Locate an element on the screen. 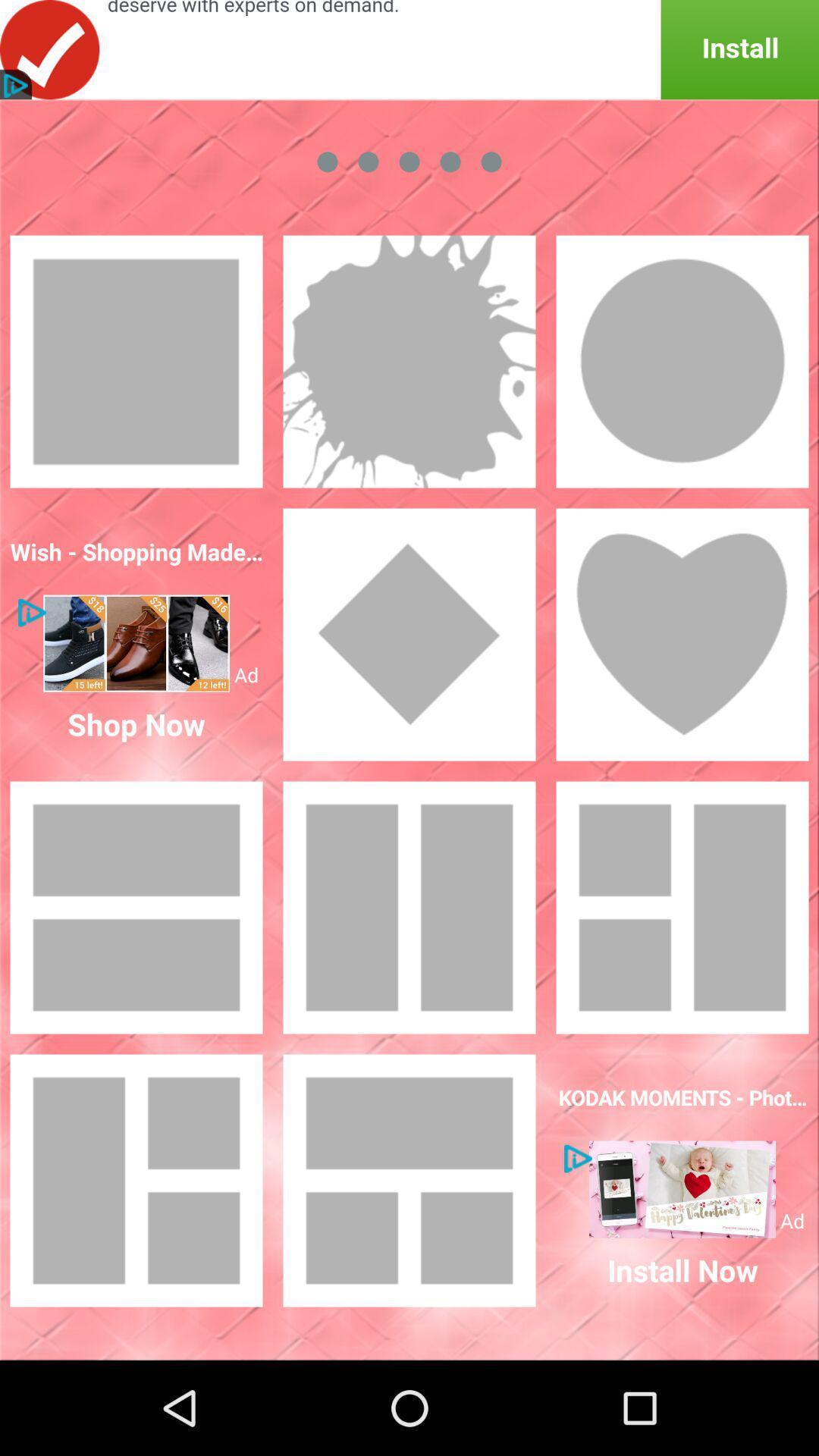  shape is located at coordinates (409, 360).